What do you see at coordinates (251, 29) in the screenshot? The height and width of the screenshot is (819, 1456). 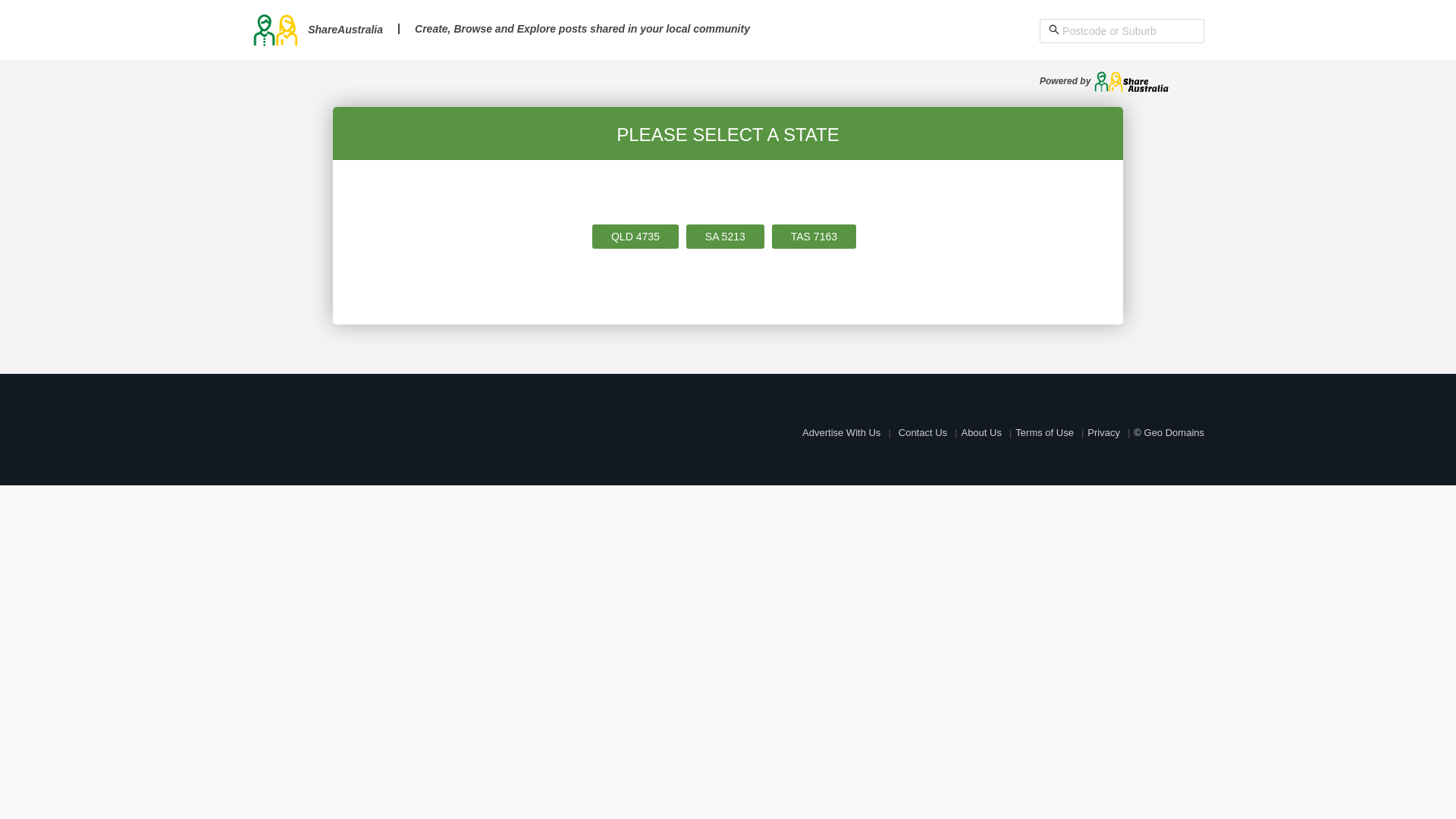 I see `'ShareAustralia'` at bounding box center [251, 29].